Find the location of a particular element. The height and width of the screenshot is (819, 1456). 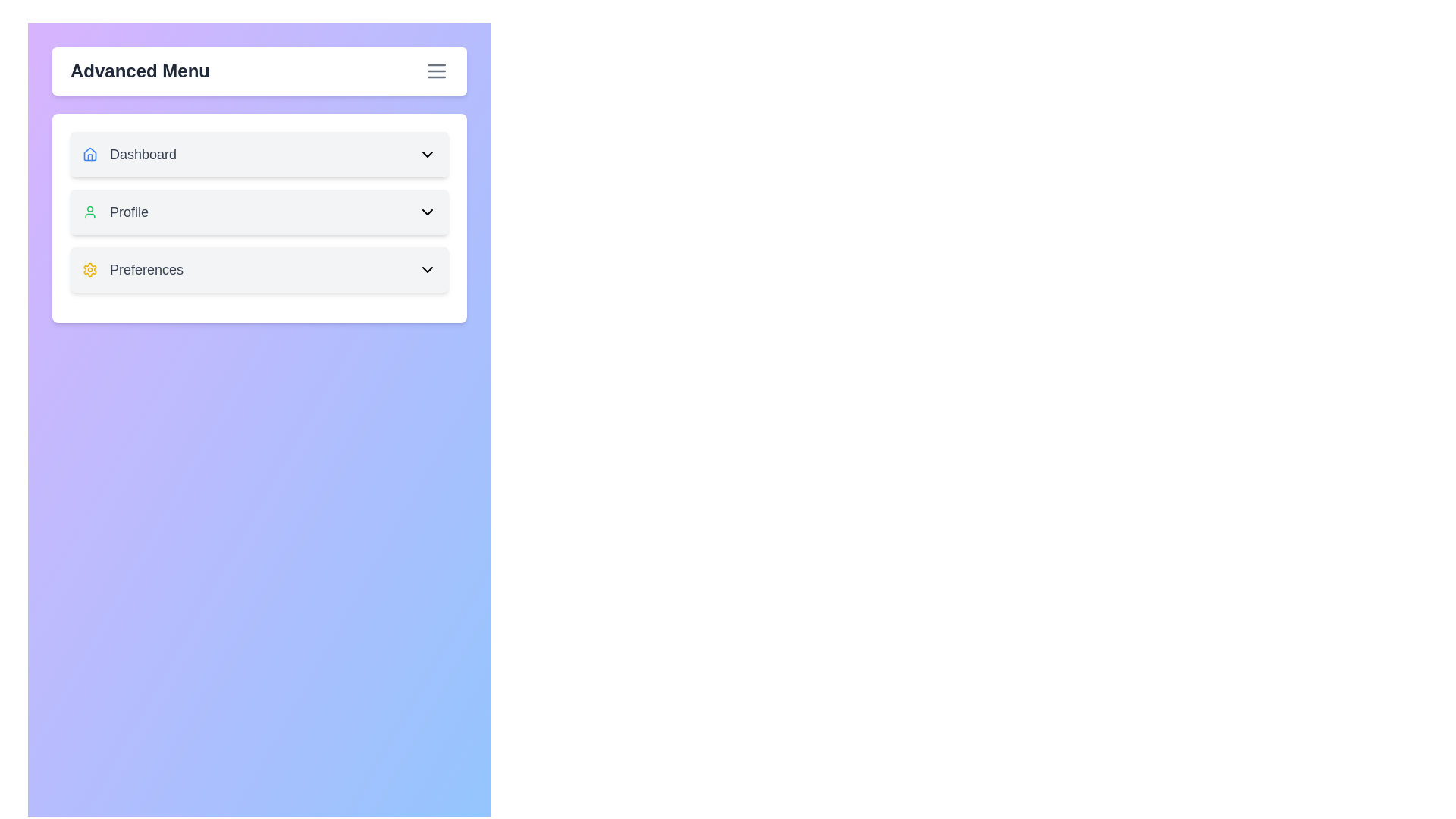

the Dropdown indicator (chevron icon) located at the top-right corner of the 'Preferences' section is located at coordinates (427, 268).